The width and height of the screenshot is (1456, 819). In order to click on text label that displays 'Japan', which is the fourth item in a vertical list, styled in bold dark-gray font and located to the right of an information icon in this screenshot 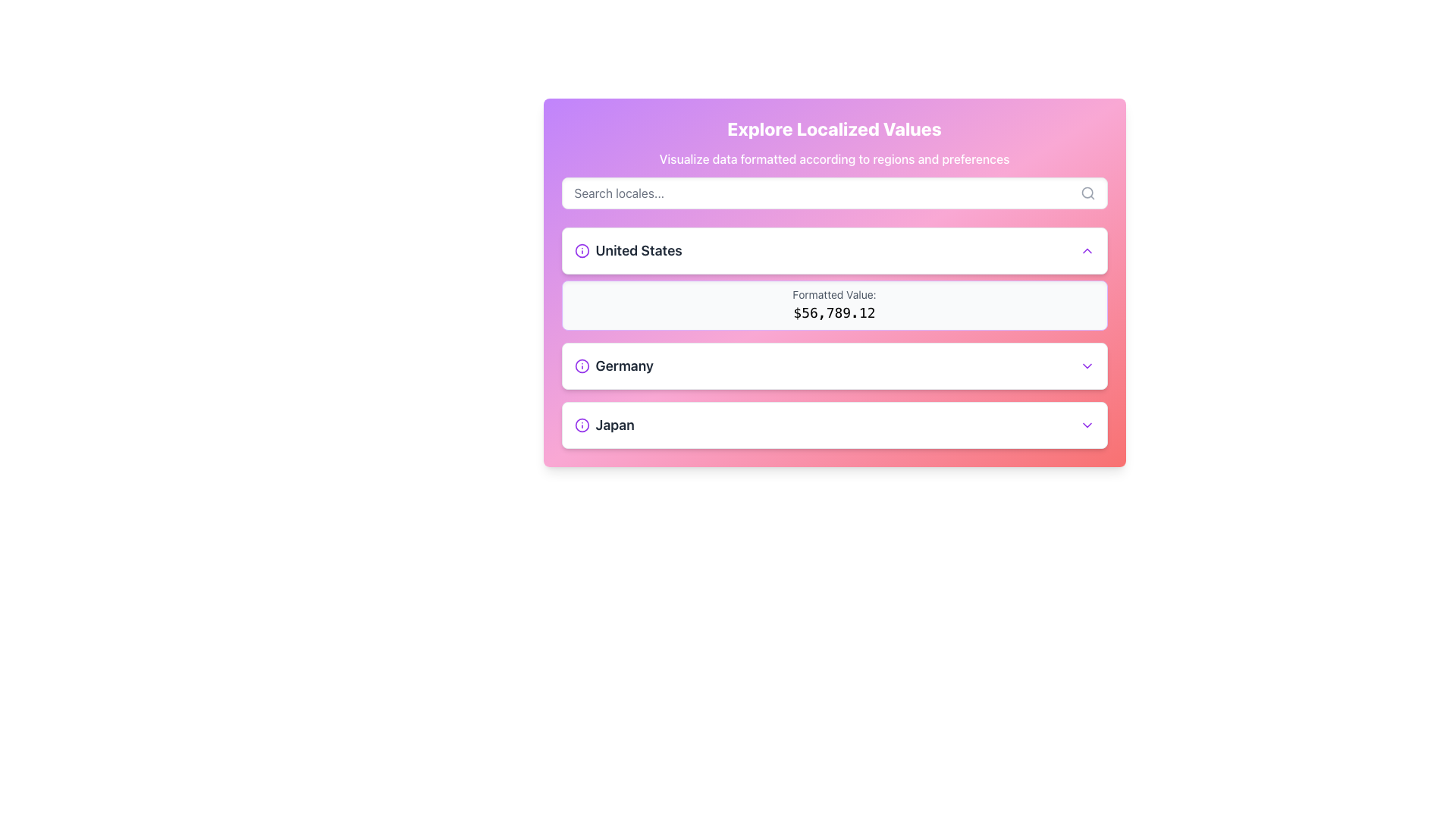, I will do `click(615, 425)`.